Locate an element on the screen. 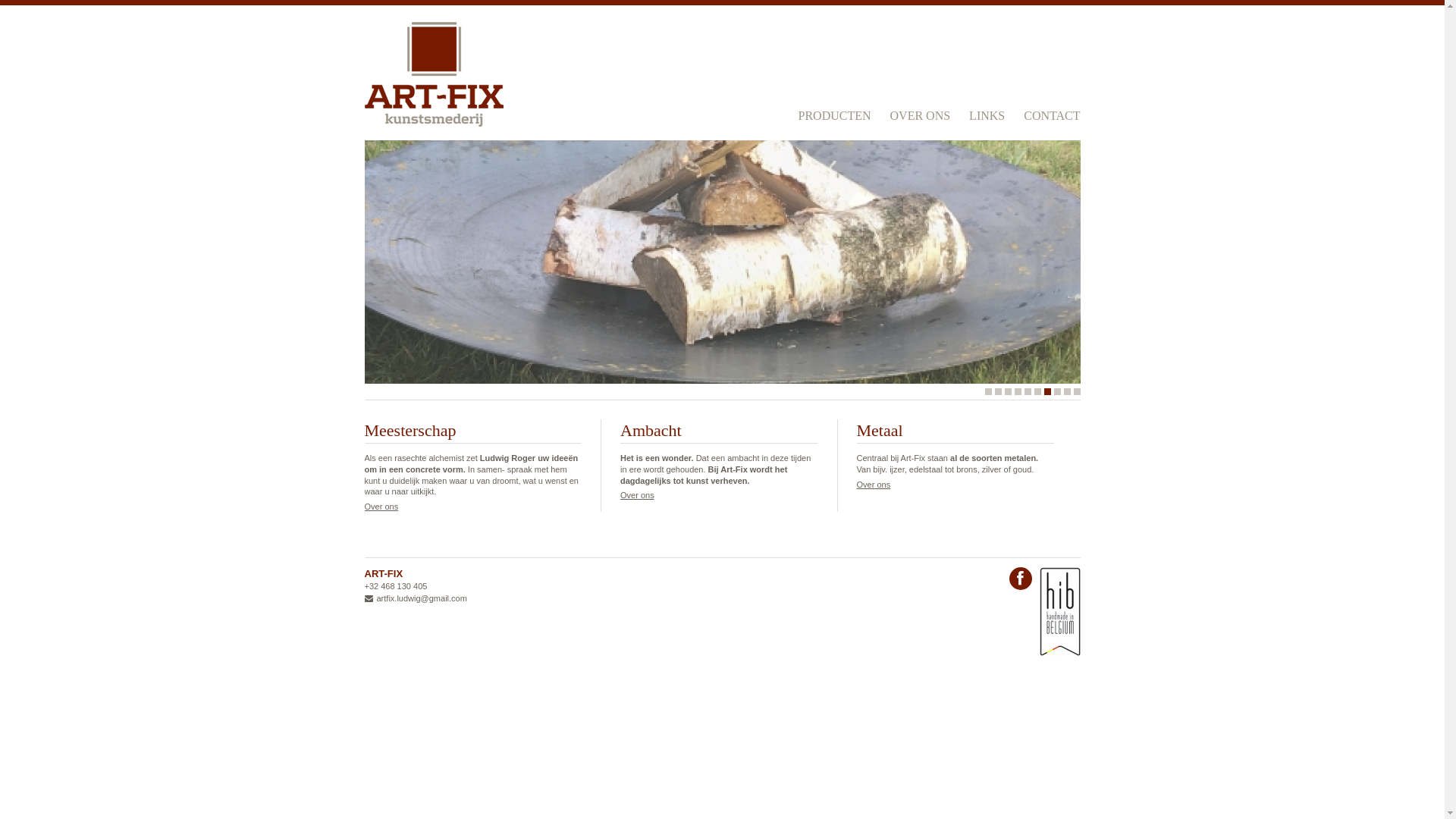 The width and height of the screenshot is (1456, 819). '9' is located at coordinates (1065, 391).